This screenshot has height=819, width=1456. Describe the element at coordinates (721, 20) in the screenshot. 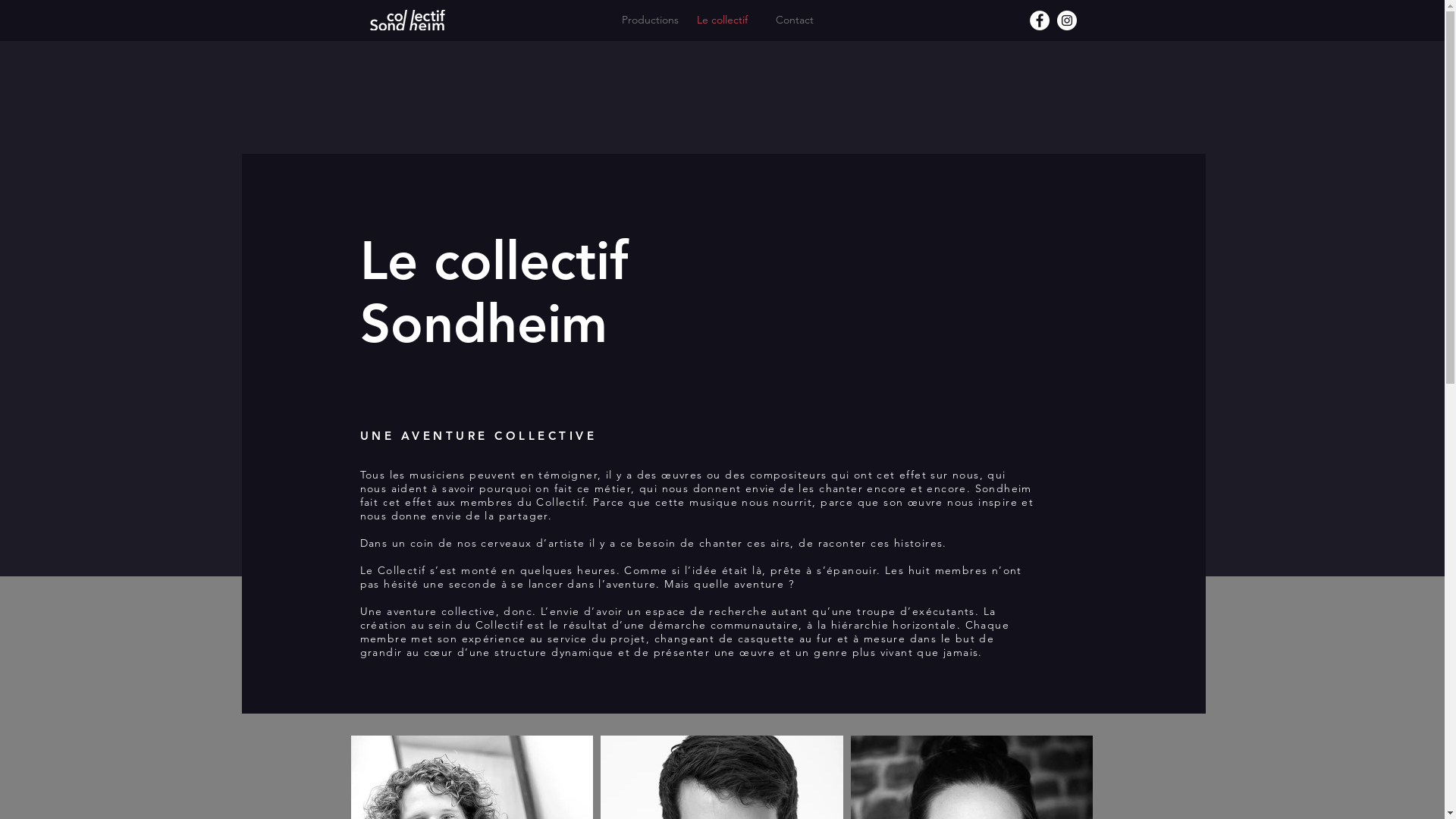

I see `'Le collectif'` at that location.